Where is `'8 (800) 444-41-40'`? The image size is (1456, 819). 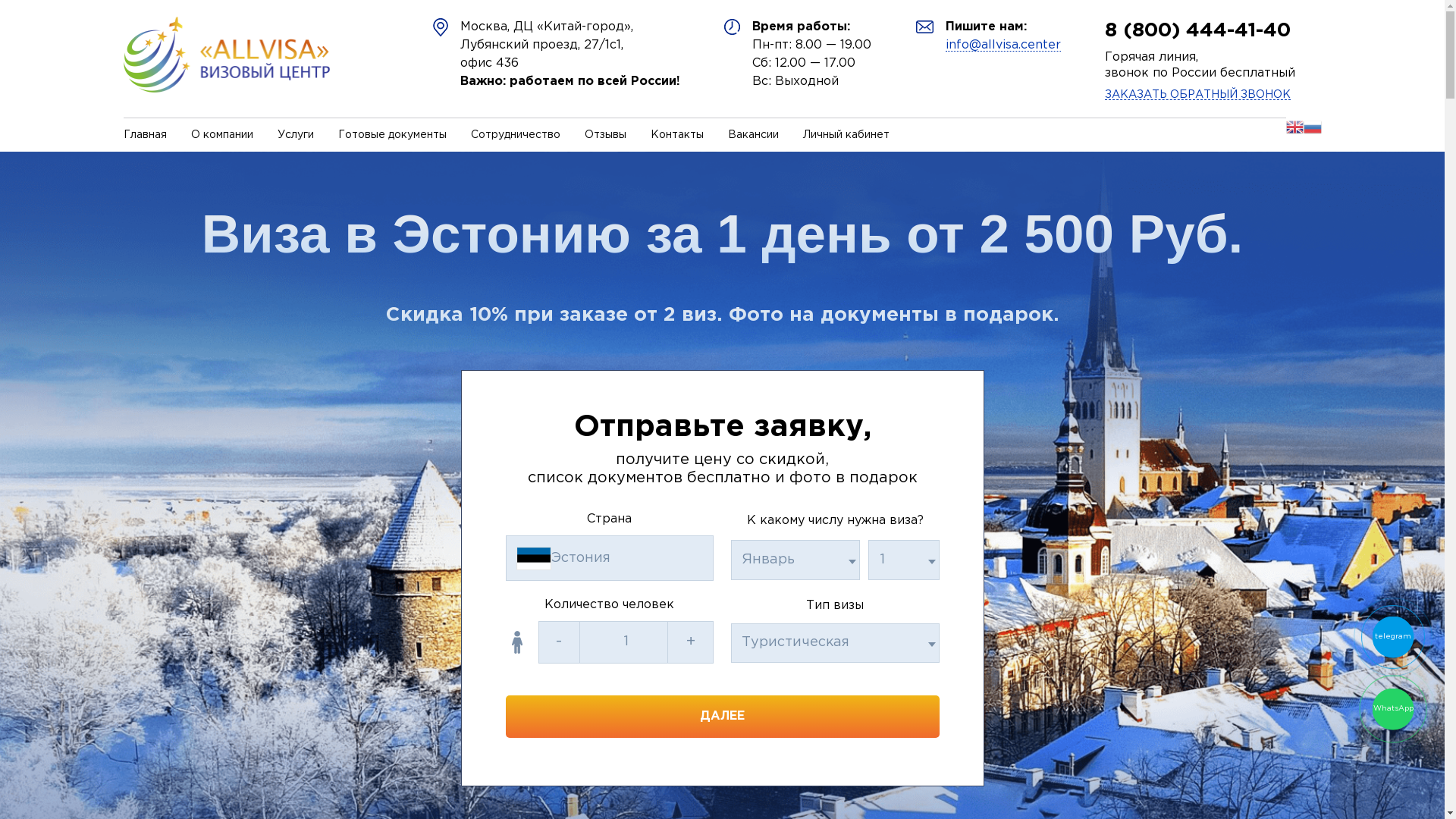 '8 (800) 444-41-40' is located at coordinates (1197, 30).